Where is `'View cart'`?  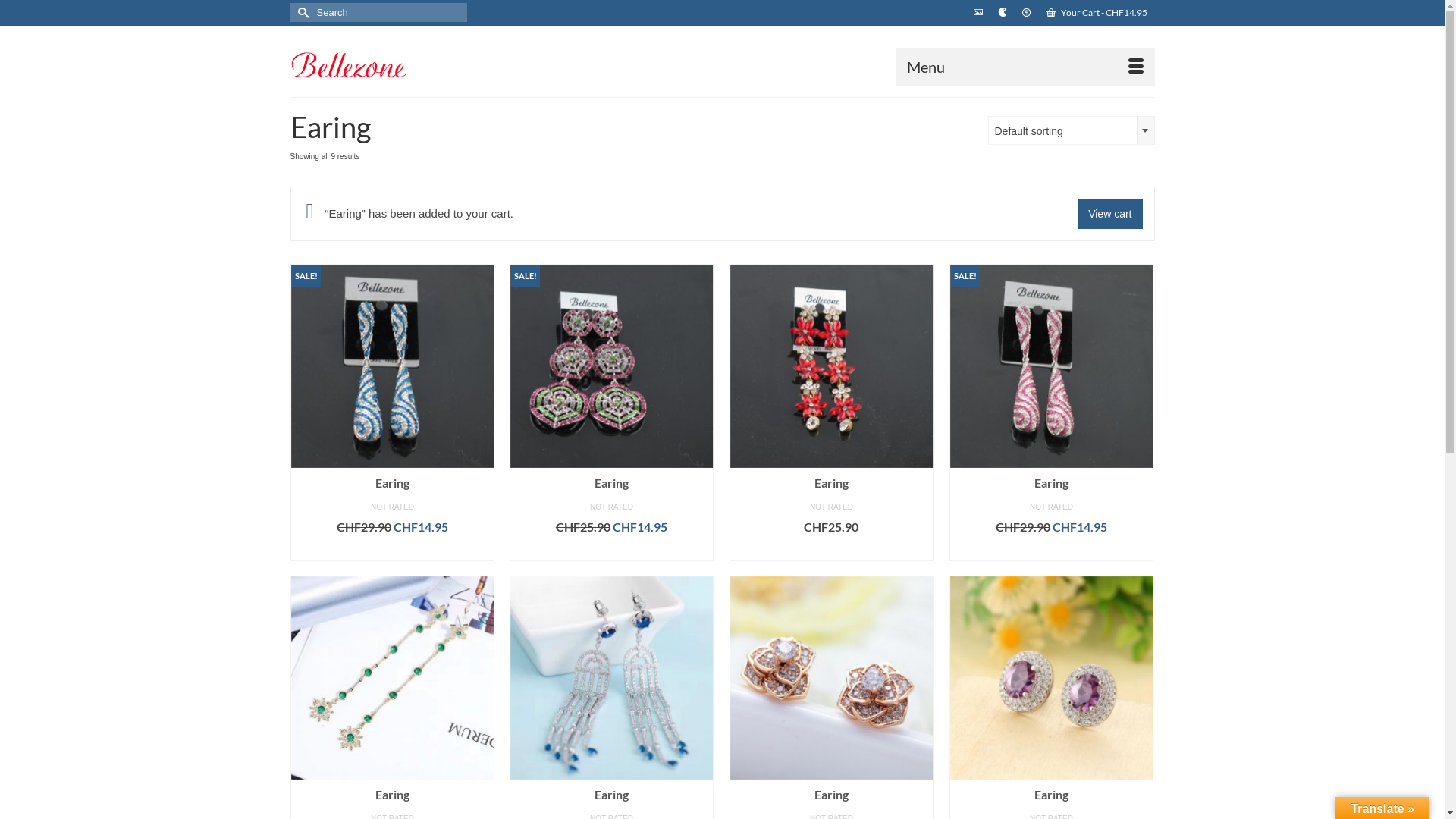
'View cart' is located at coordinates (1076, 213).